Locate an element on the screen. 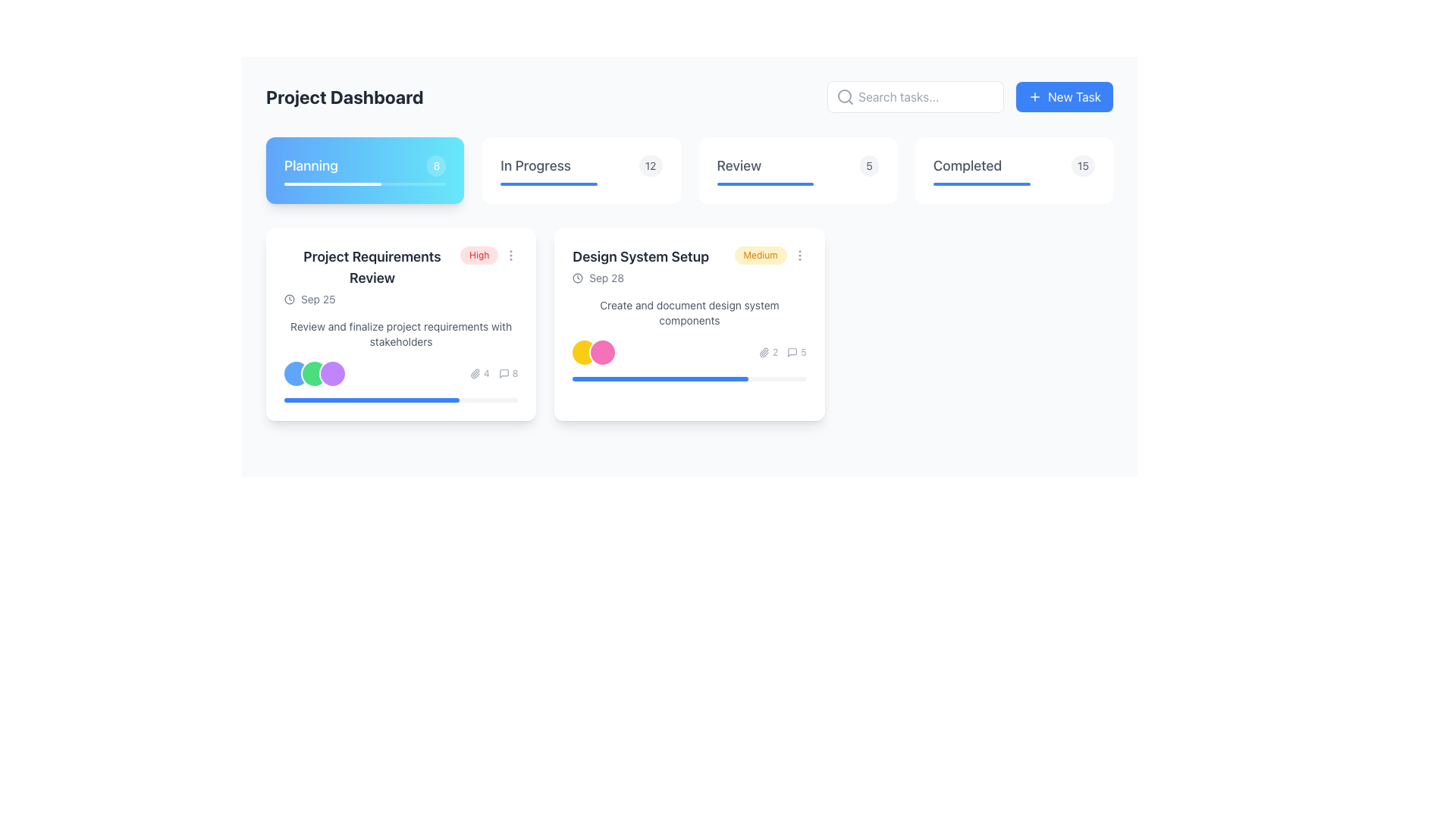 The height and width of the screenshot is (819, 1456). visually filled segment of the progress bar located within the 'Design System Setup' card, which is filled to 75% and colored blue is located at coordinates (660, 378).